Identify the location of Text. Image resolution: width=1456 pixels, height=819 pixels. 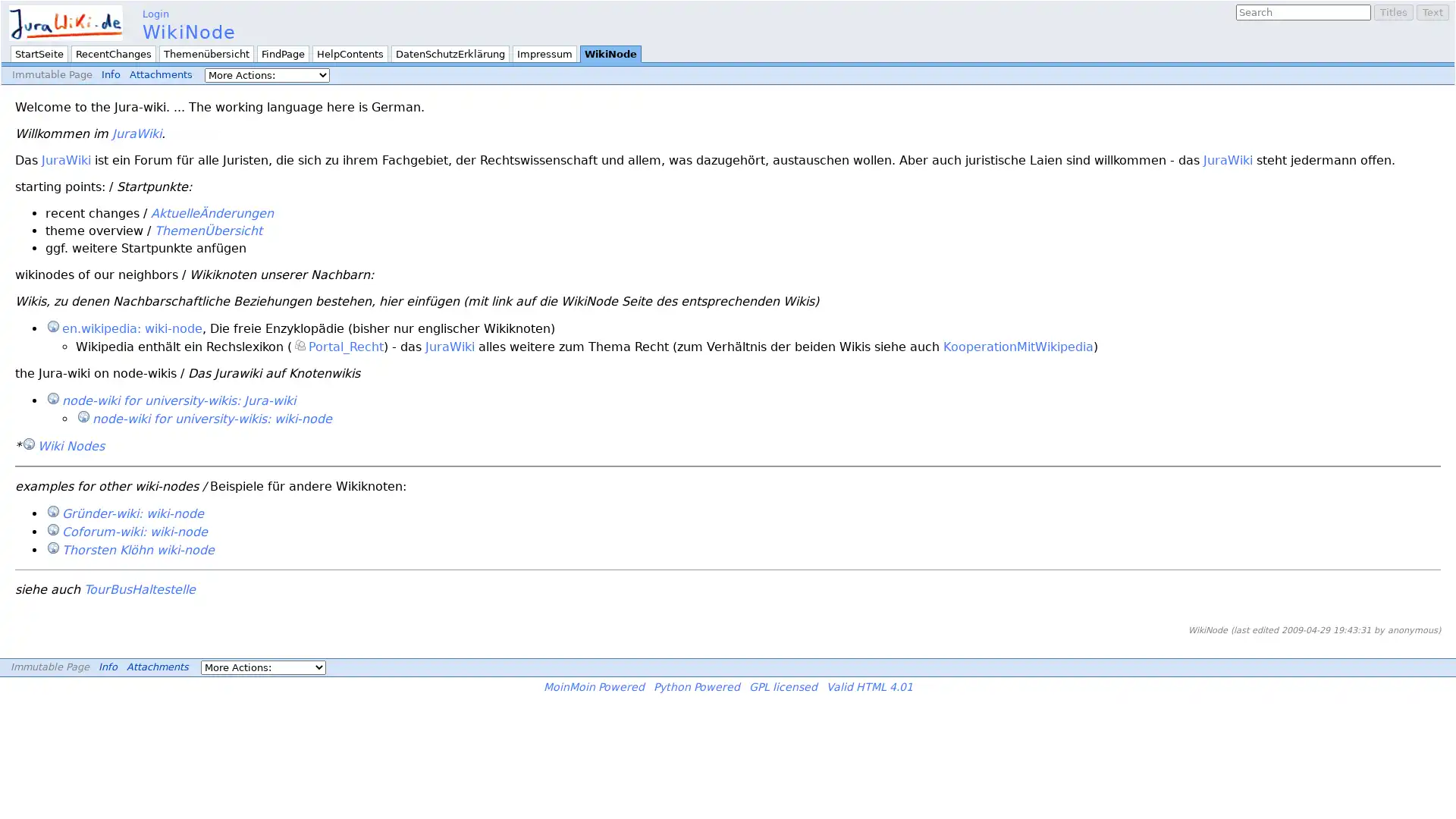
(1432, 12).